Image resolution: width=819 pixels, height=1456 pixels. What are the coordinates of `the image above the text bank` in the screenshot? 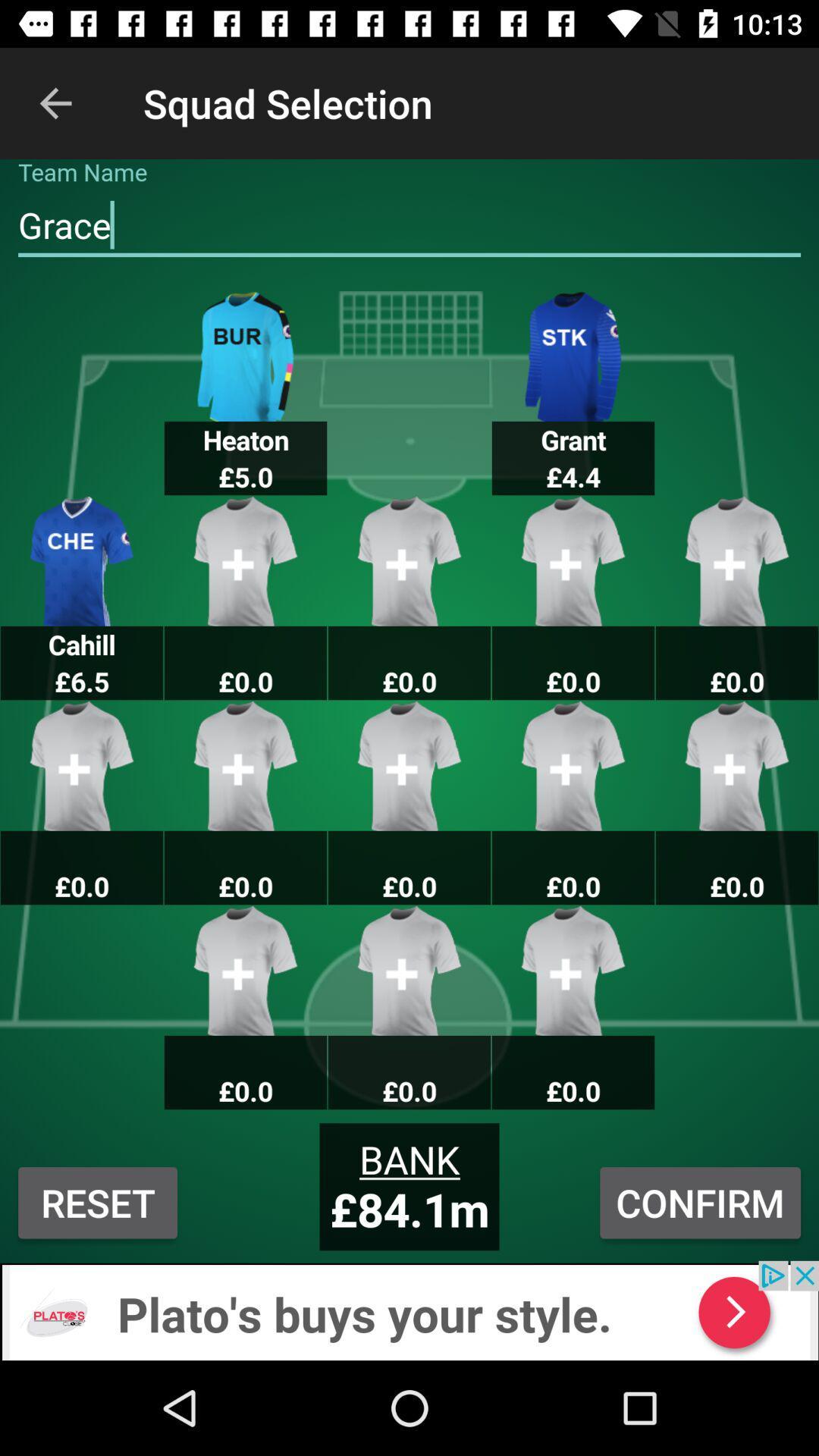 It's located at (409, 971).